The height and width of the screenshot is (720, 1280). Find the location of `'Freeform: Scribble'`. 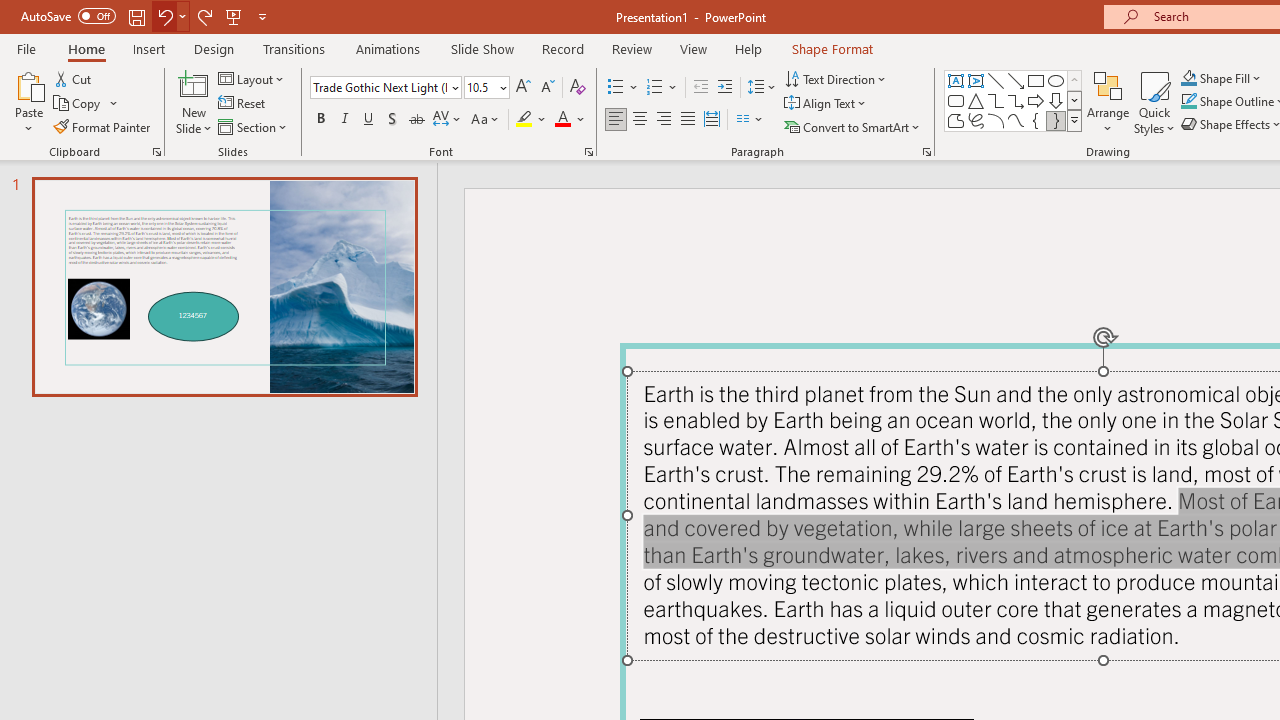

'Freeform: Scribble' is located at coordinates (976, 120).